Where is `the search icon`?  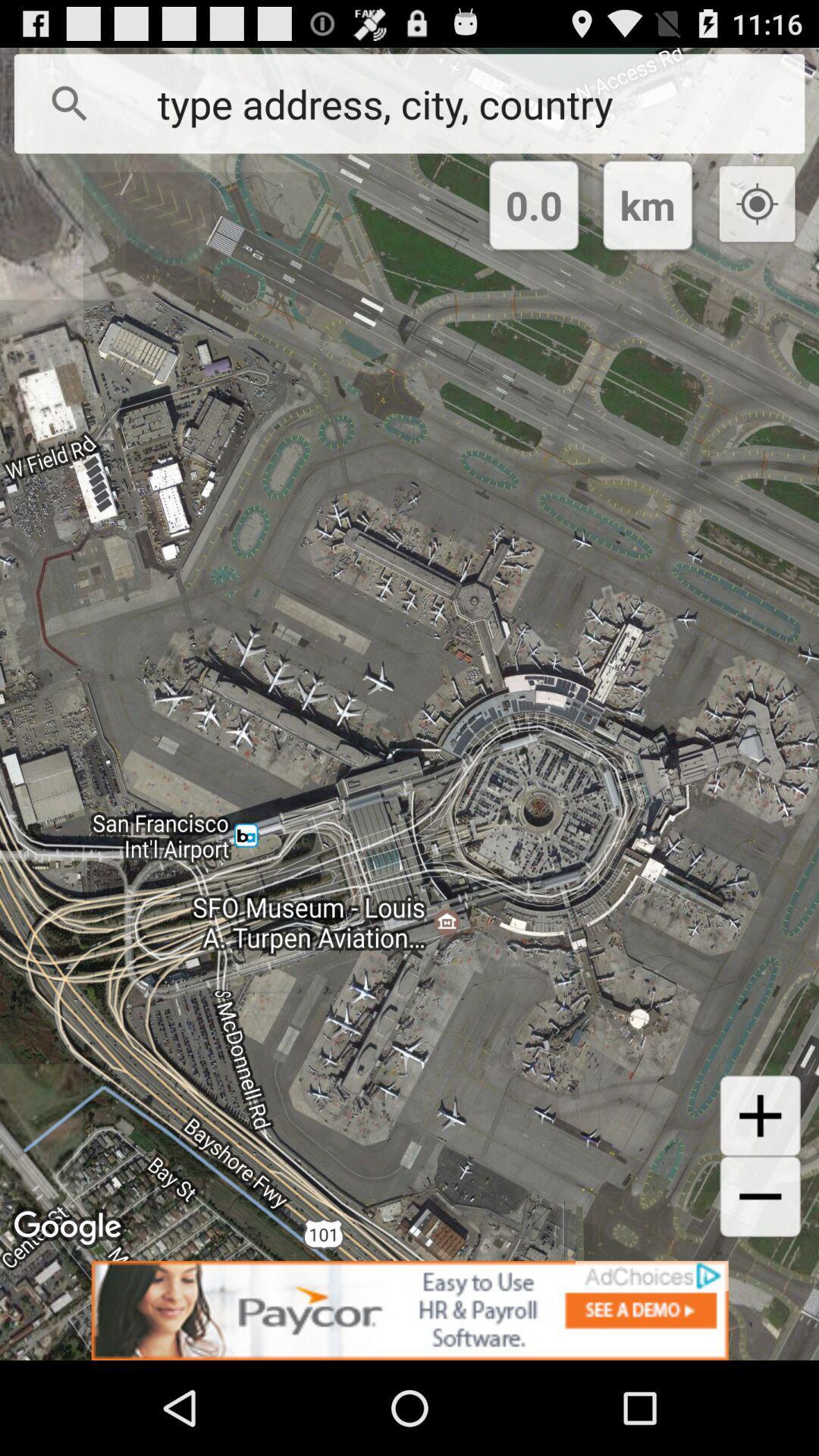
the search icon is located at coordinates (70, 110).